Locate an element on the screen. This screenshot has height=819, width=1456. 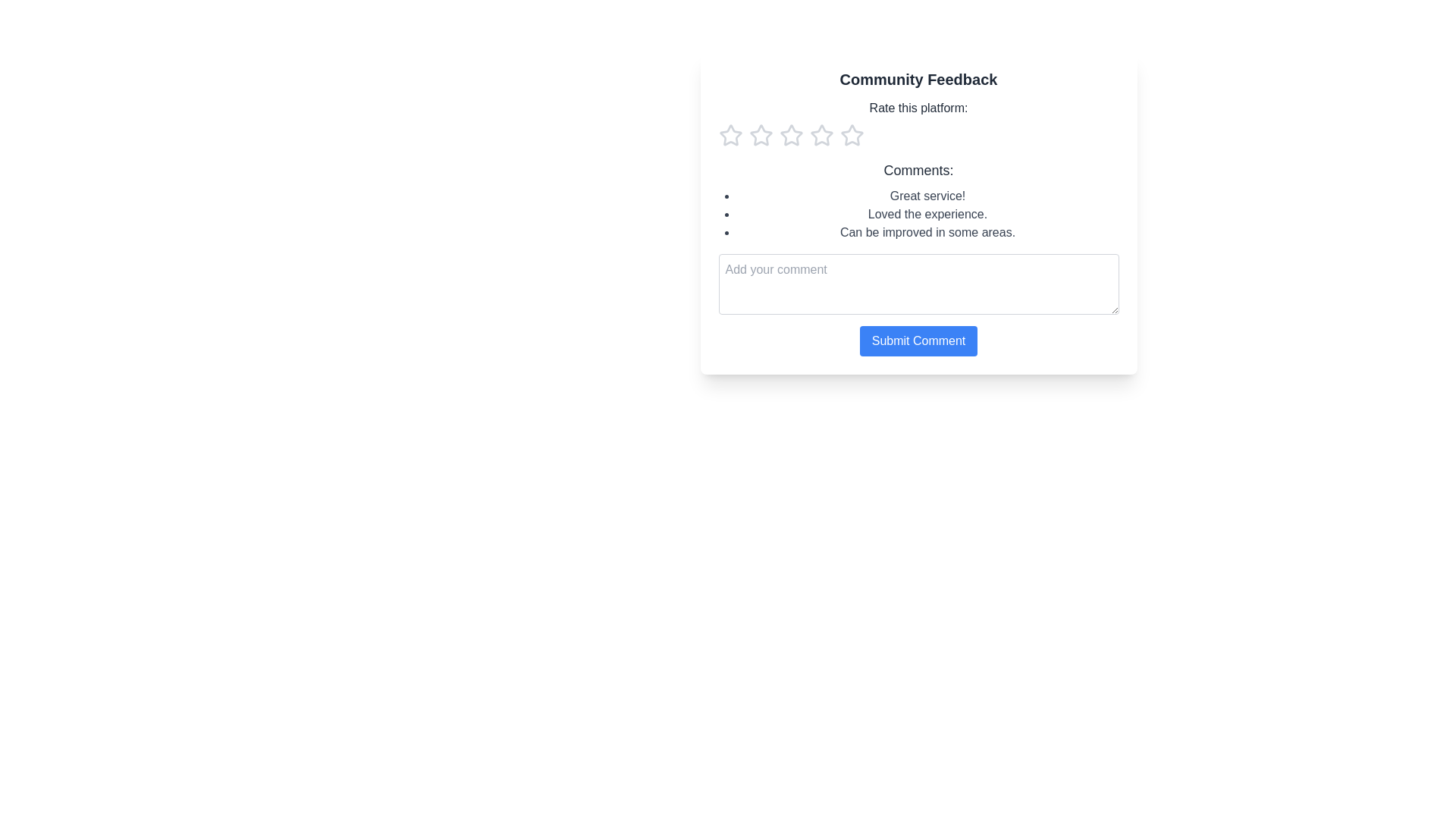
a star in the rating section of the 'Community Feedback' card is located at coordinates (918, 122).